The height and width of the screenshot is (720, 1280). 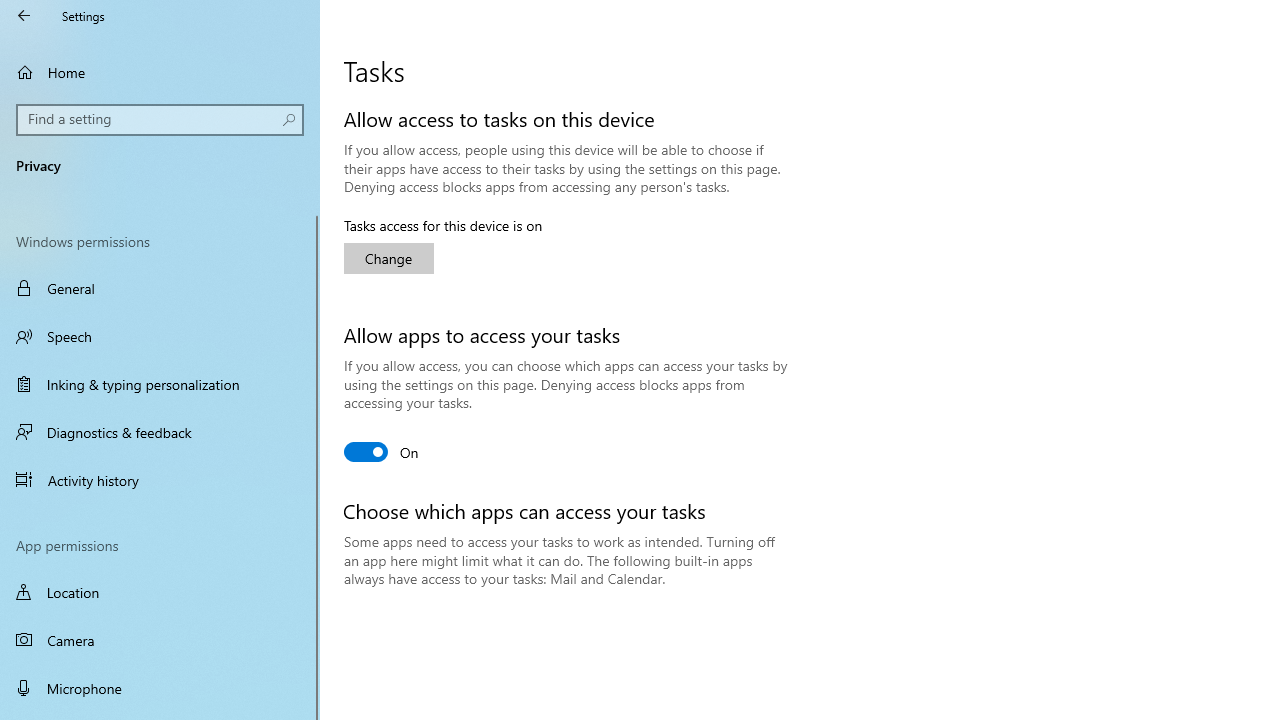 What do you see at coordinates (24, 15) in the screenshot?
I see `'Back'` at bounding box center [24, 15].